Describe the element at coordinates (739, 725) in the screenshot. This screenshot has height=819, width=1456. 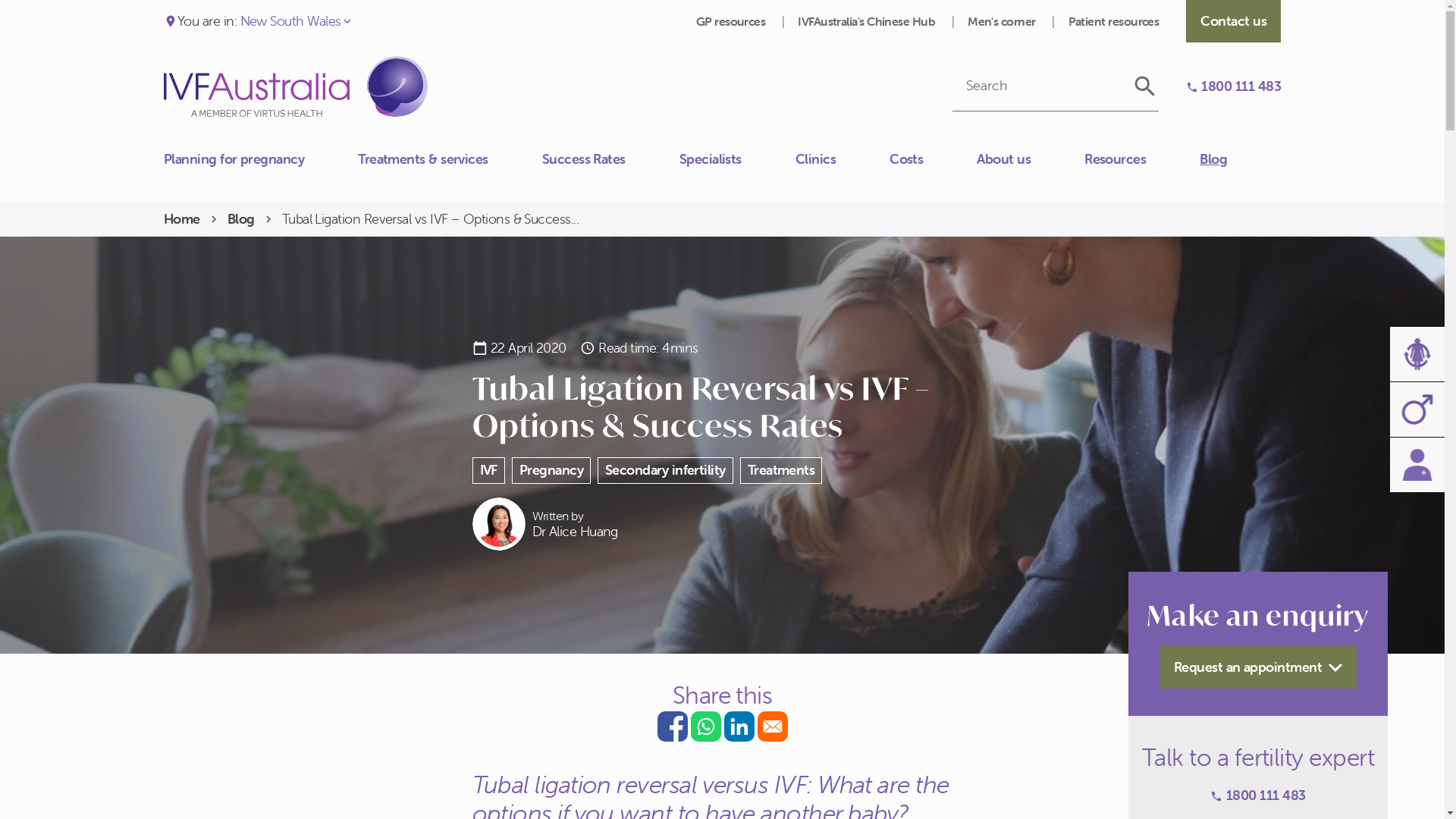
I see `'Opens in a new tab'` at that location.